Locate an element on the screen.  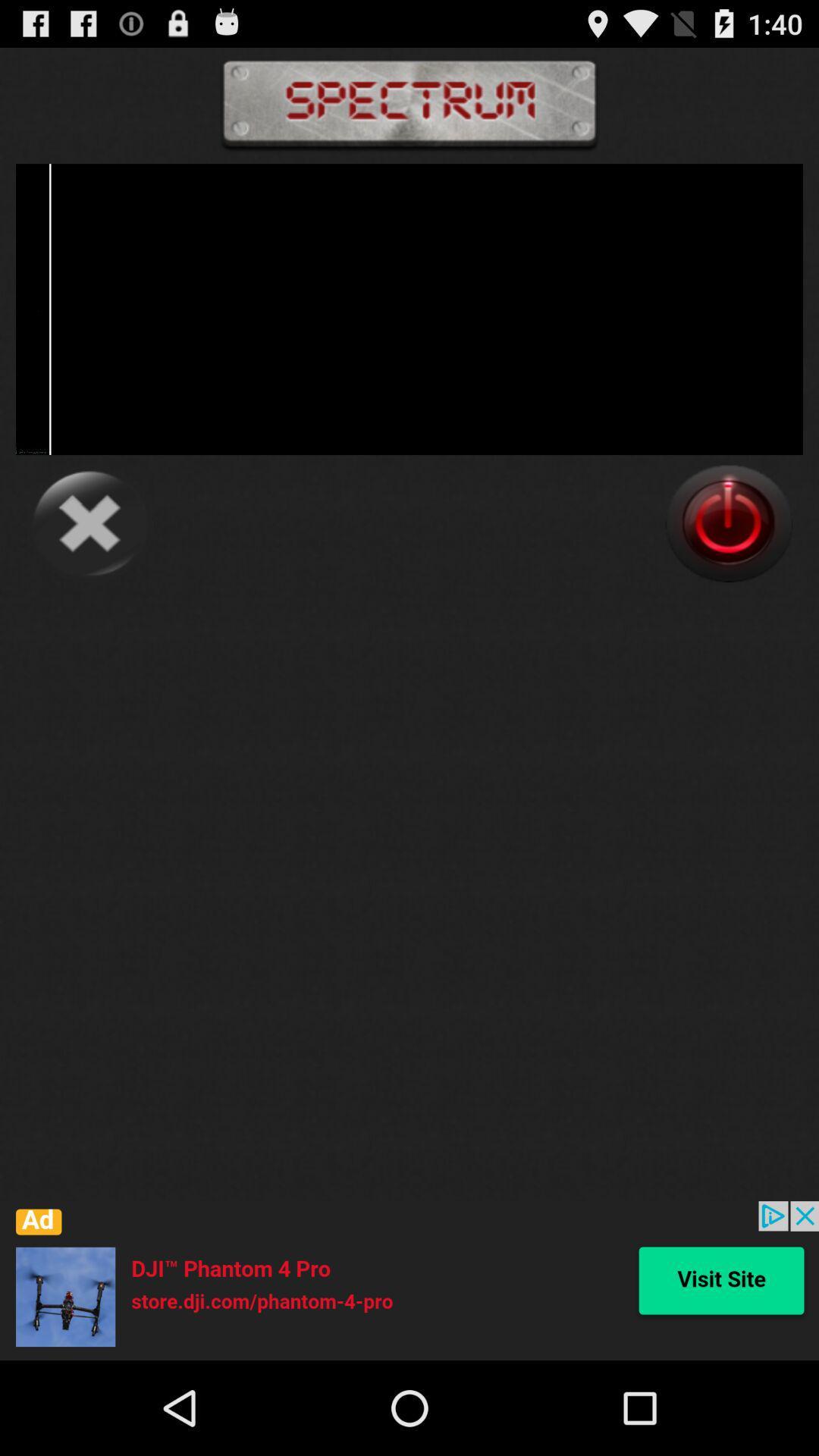
page is located at coordinates (89, 523).